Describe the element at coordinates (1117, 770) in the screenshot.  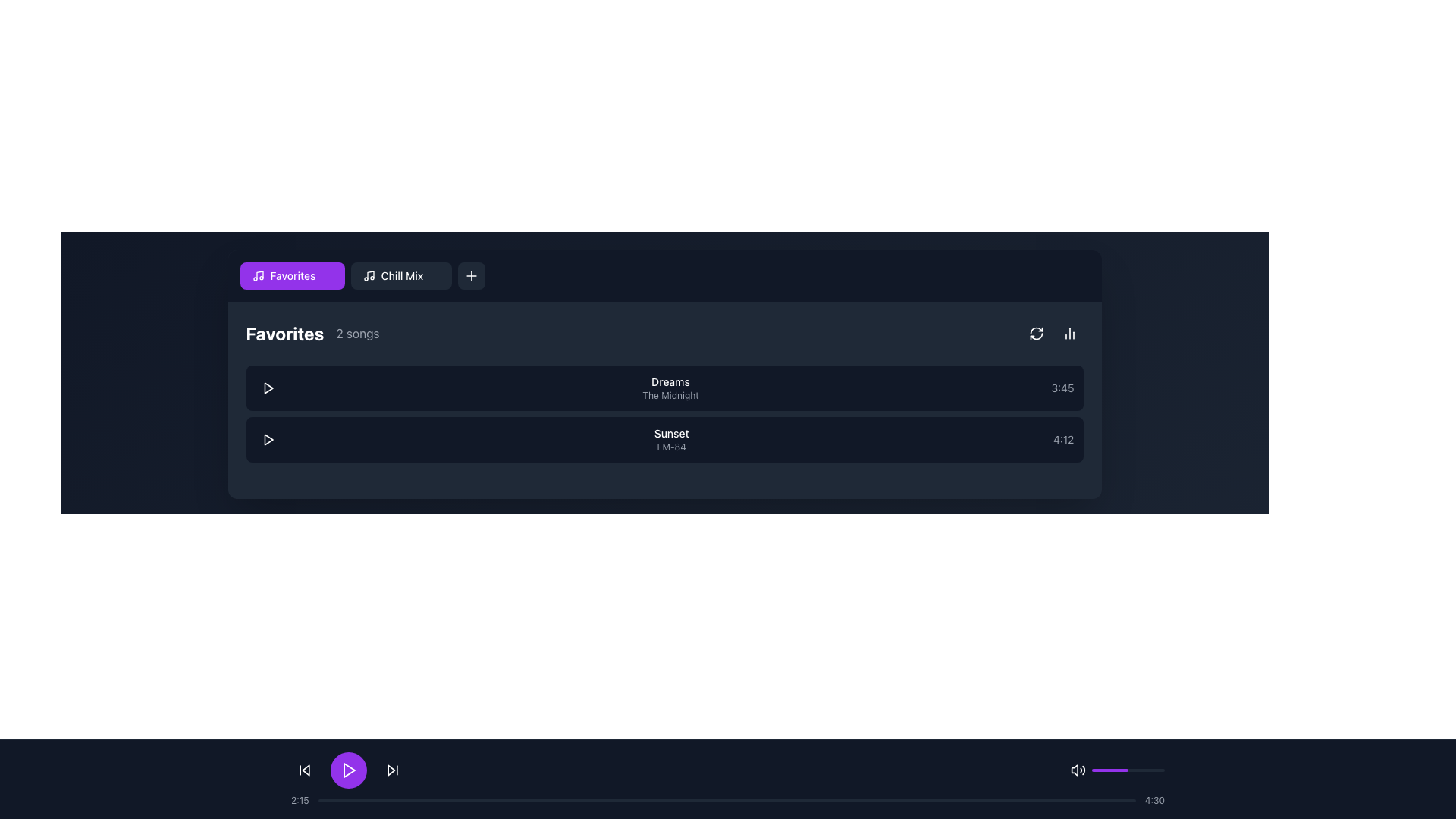
I see `slider position` at that location.